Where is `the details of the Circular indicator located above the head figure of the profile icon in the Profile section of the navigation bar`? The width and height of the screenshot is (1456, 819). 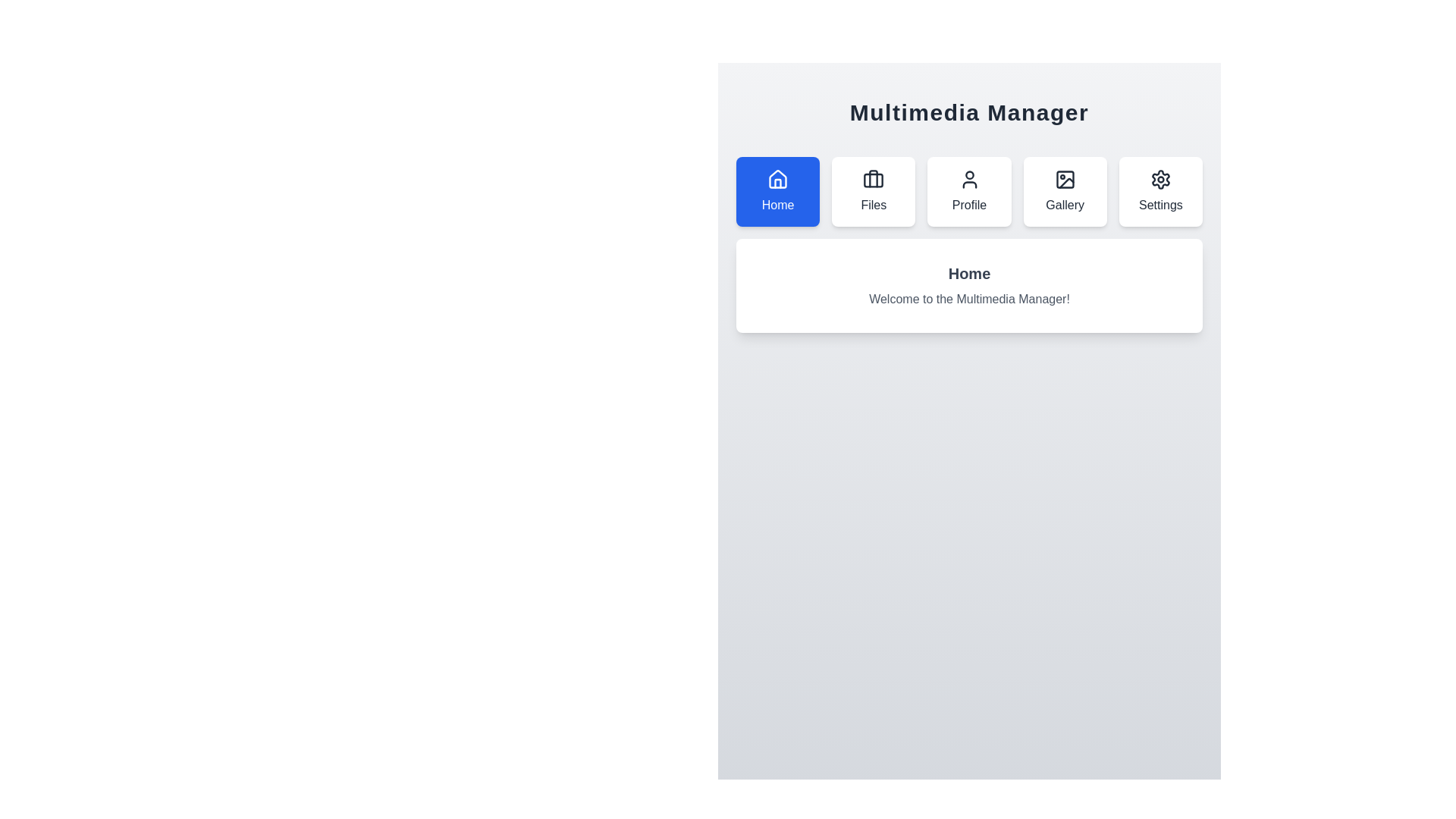
the details of the Circular indicator located above the head figure of the profile icon in the Profile section of the navigation bar is located at coordinates (968, 174).